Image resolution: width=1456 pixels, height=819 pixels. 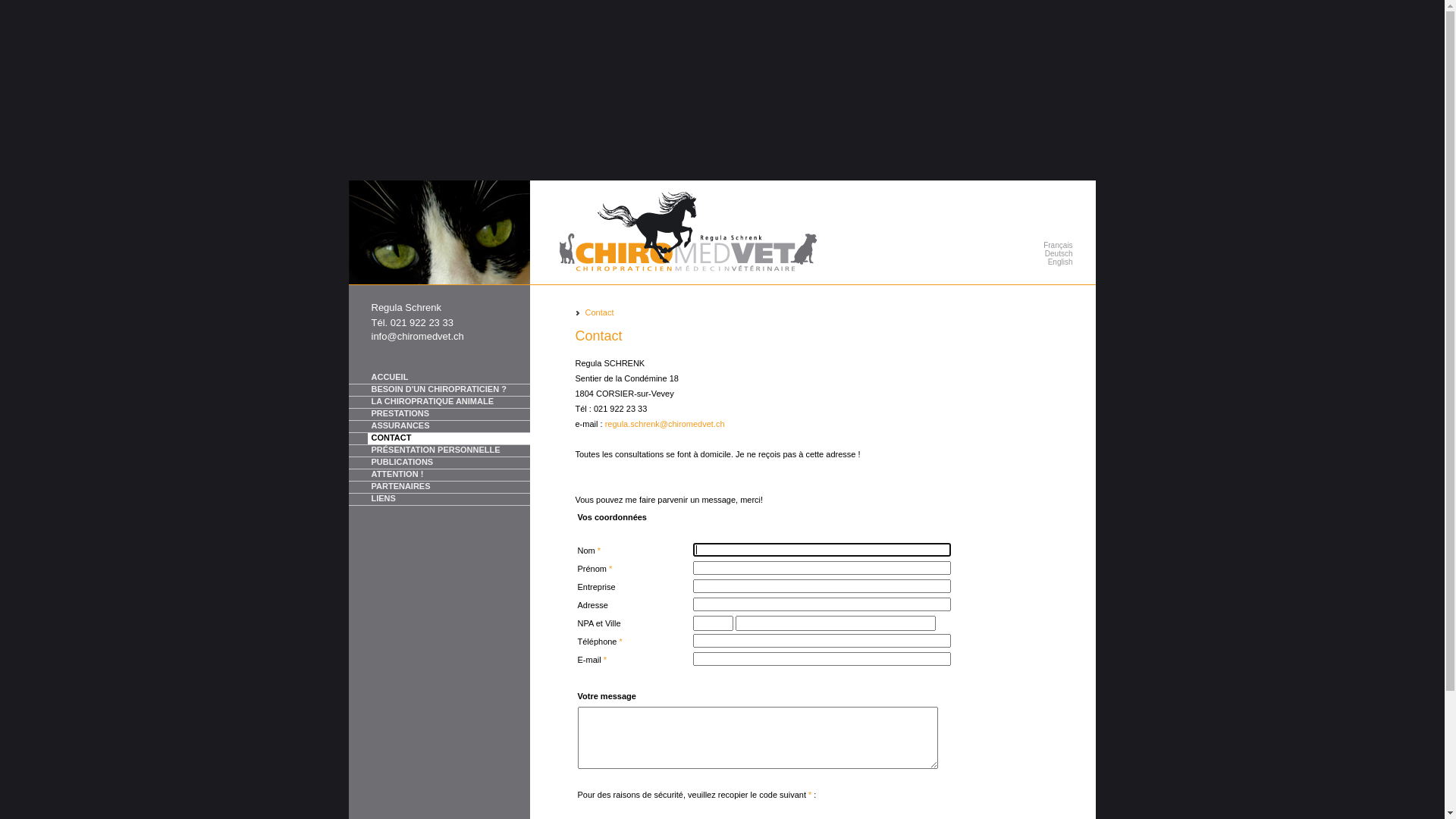 What do you see at coordinates (438, 500) in the screenshot?
I see `'LIENS'` at bounding box center [438, 500].